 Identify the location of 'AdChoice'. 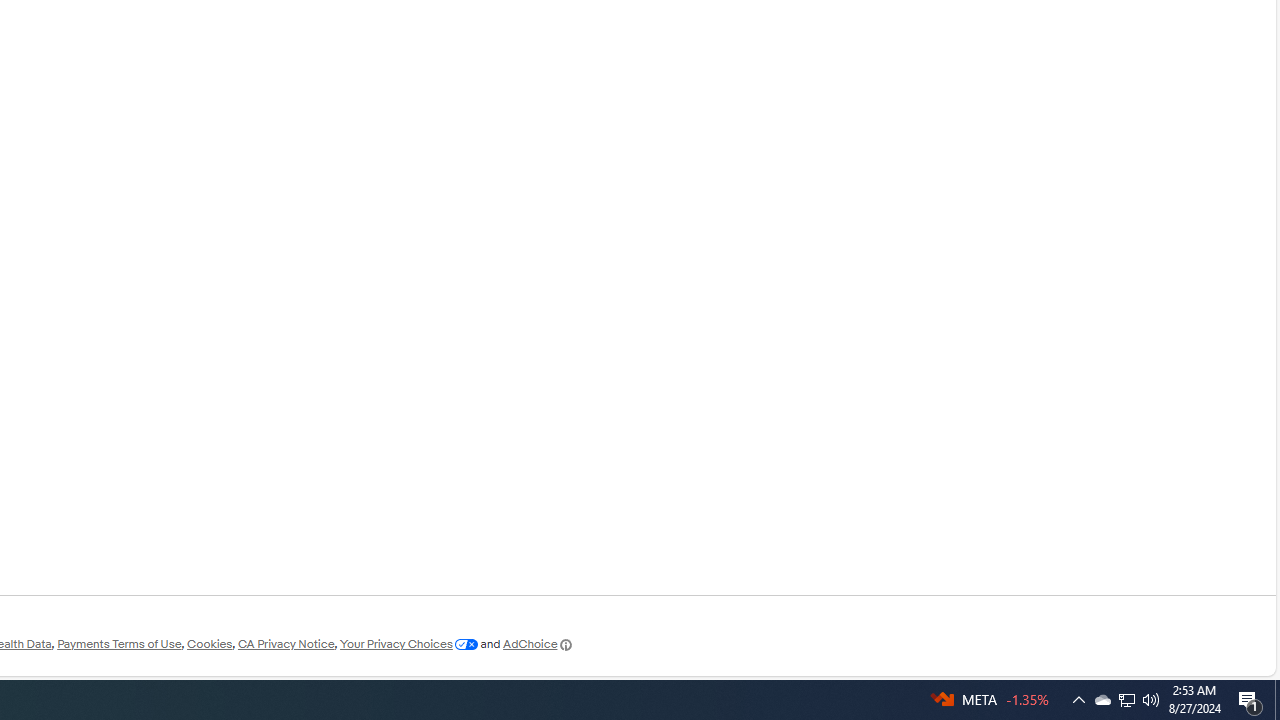
(538, 644).